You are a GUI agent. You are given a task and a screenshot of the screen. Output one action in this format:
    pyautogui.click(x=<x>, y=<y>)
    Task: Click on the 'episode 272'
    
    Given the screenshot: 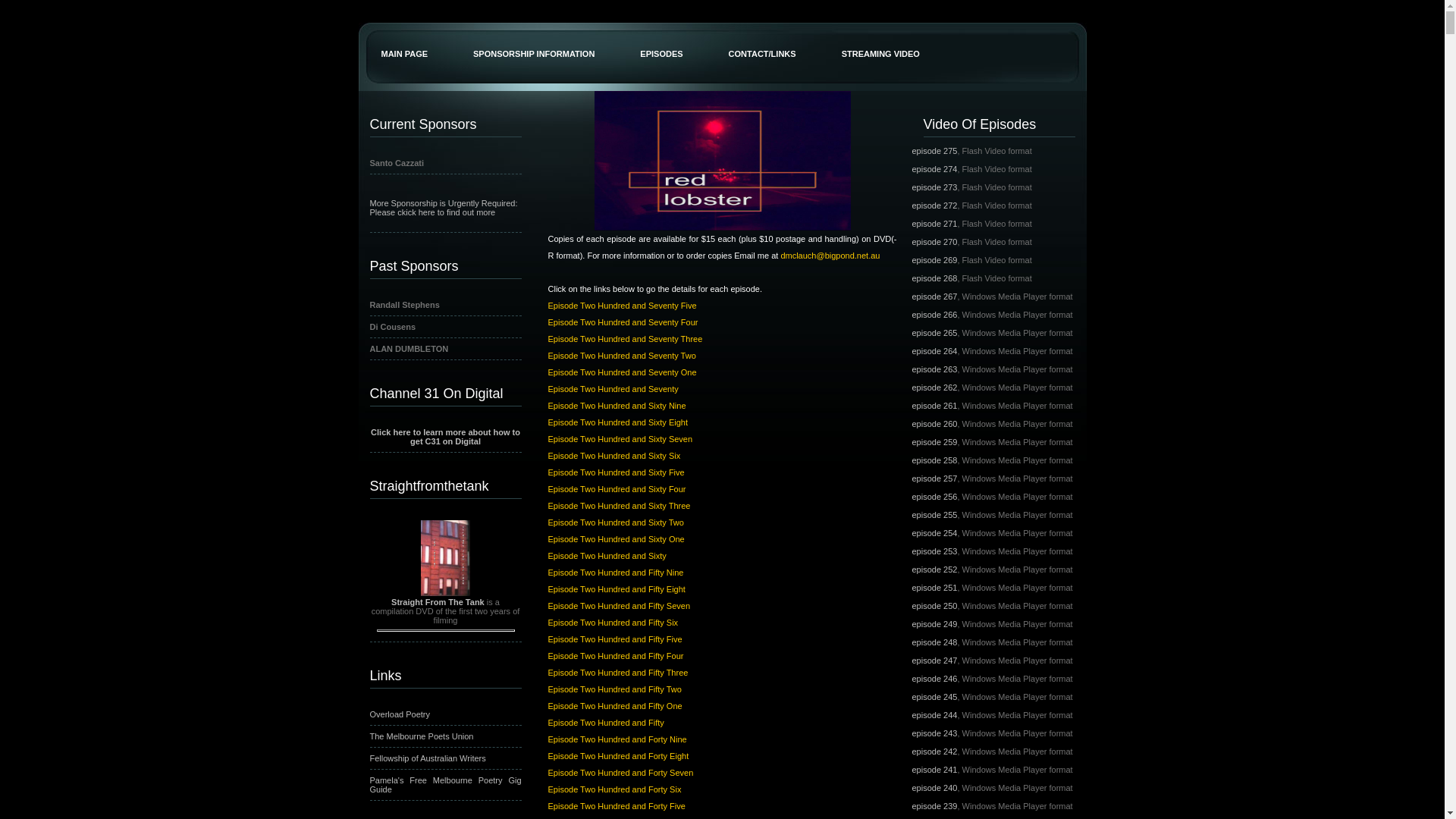 What is the action you would take?
    pyautogui.click(x=934, y=205)
    